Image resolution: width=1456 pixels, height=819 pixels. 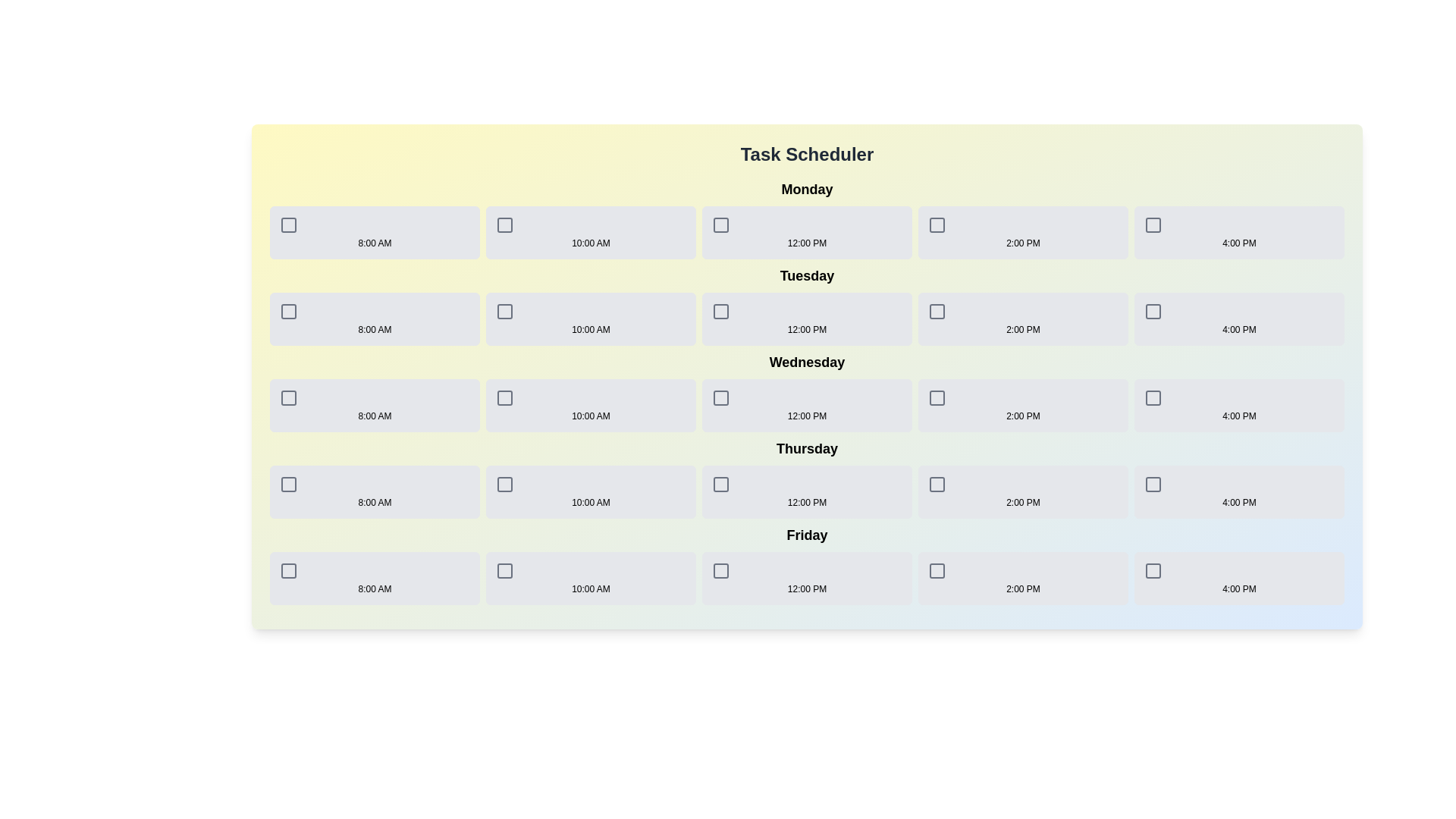 I want to click on the timeslot for Monday at 8:00 AM, so click(x=375, y=233).